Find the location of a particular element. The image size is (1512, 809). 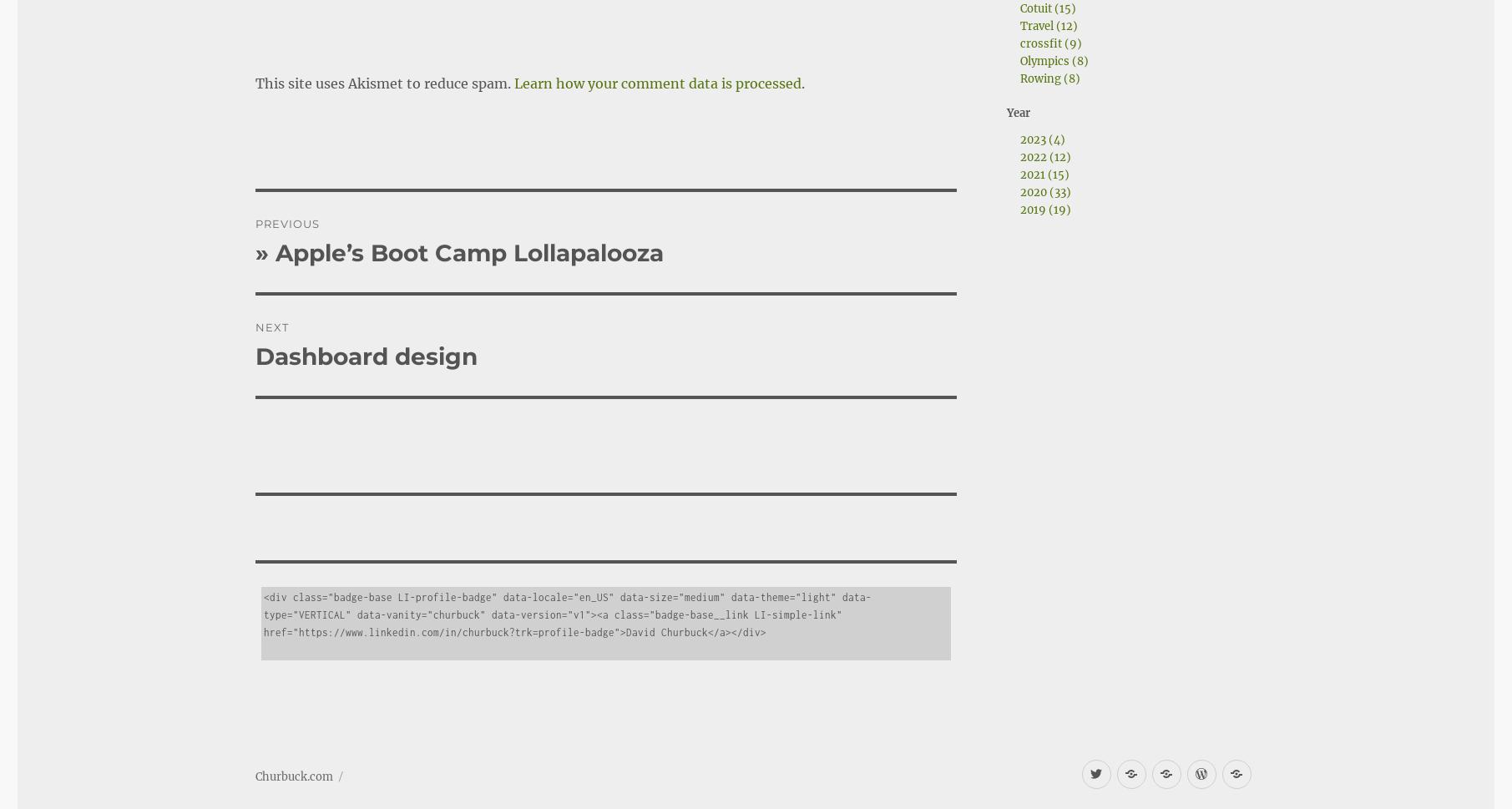

'Cotuit (15)' is located at coordinates (1019, 8).